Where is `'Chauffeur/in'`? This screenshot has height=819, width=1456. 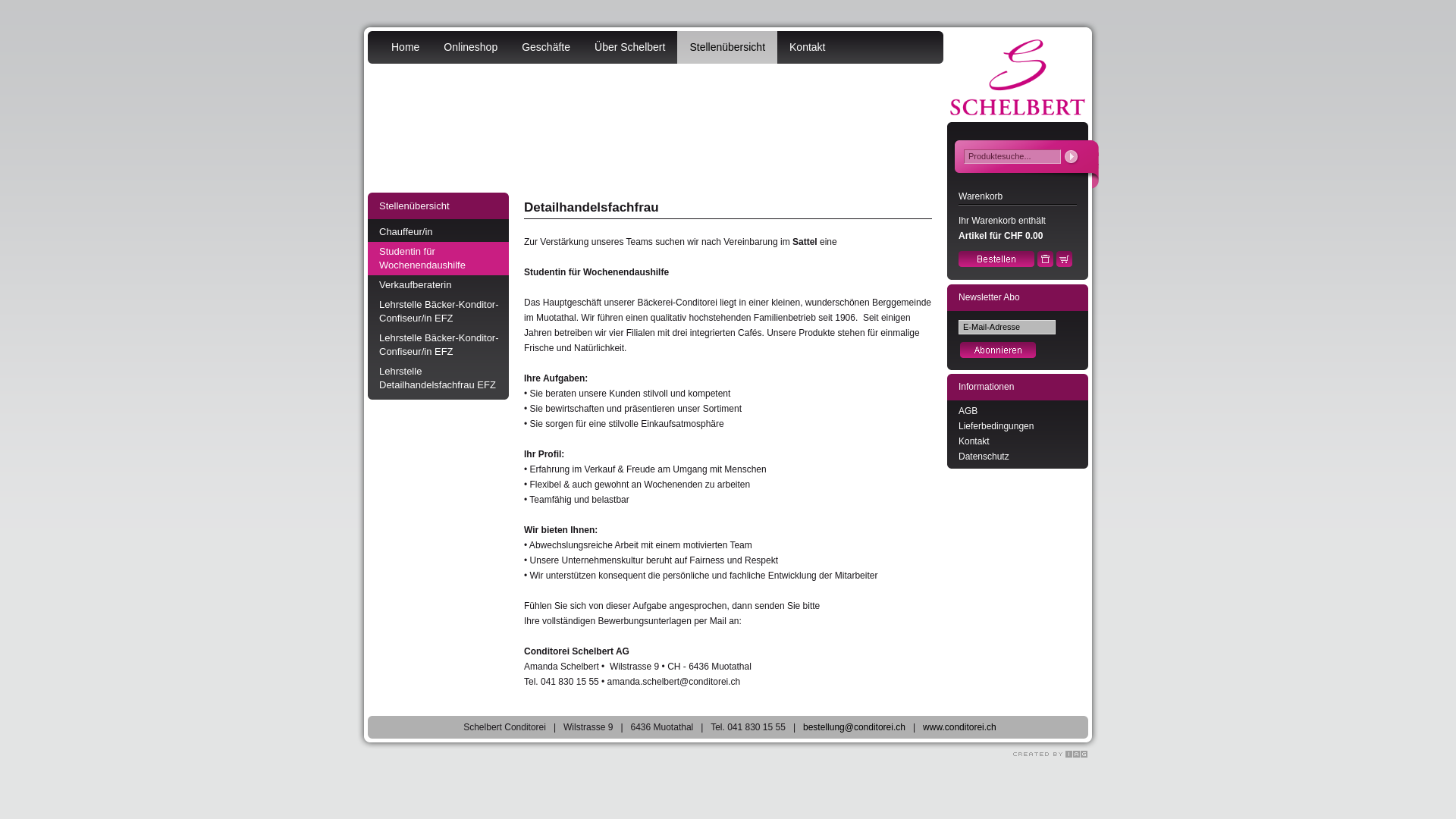
'Chauffeur/in' is located at coordinates (437, 231).